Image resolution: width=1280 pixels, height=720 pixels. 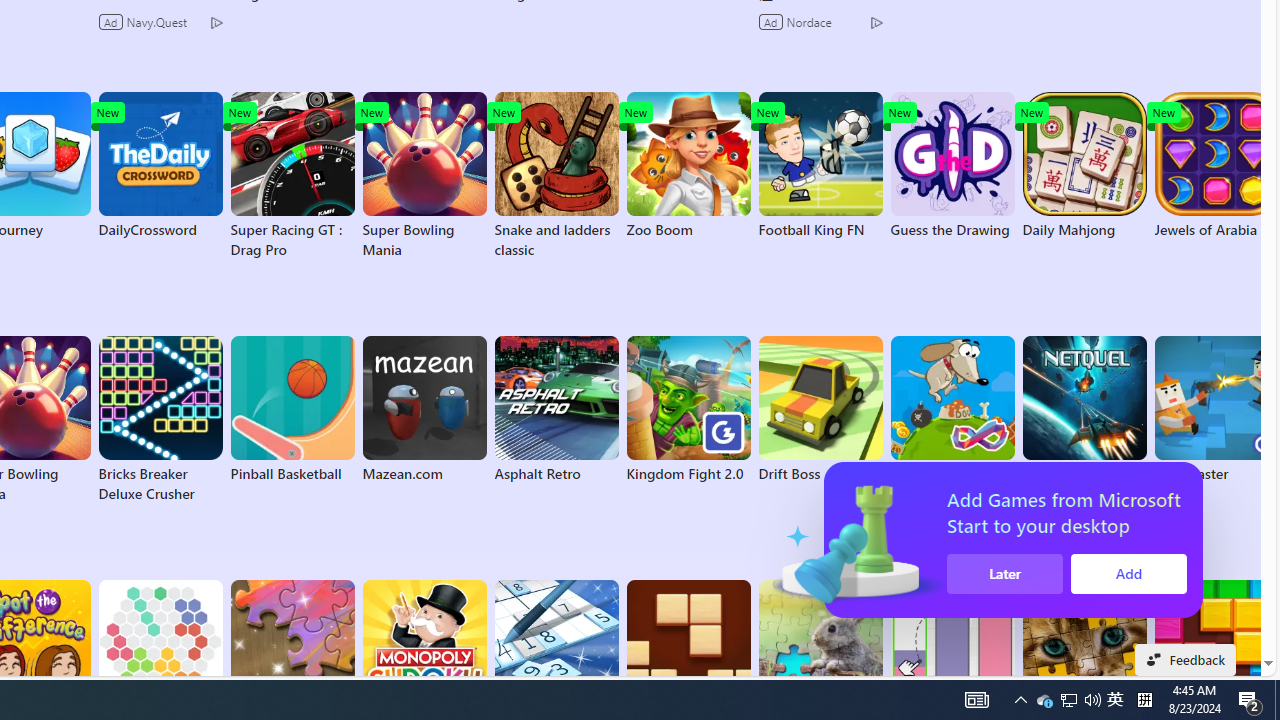 I want to click on 'Ad', so click(x=771, y=21).